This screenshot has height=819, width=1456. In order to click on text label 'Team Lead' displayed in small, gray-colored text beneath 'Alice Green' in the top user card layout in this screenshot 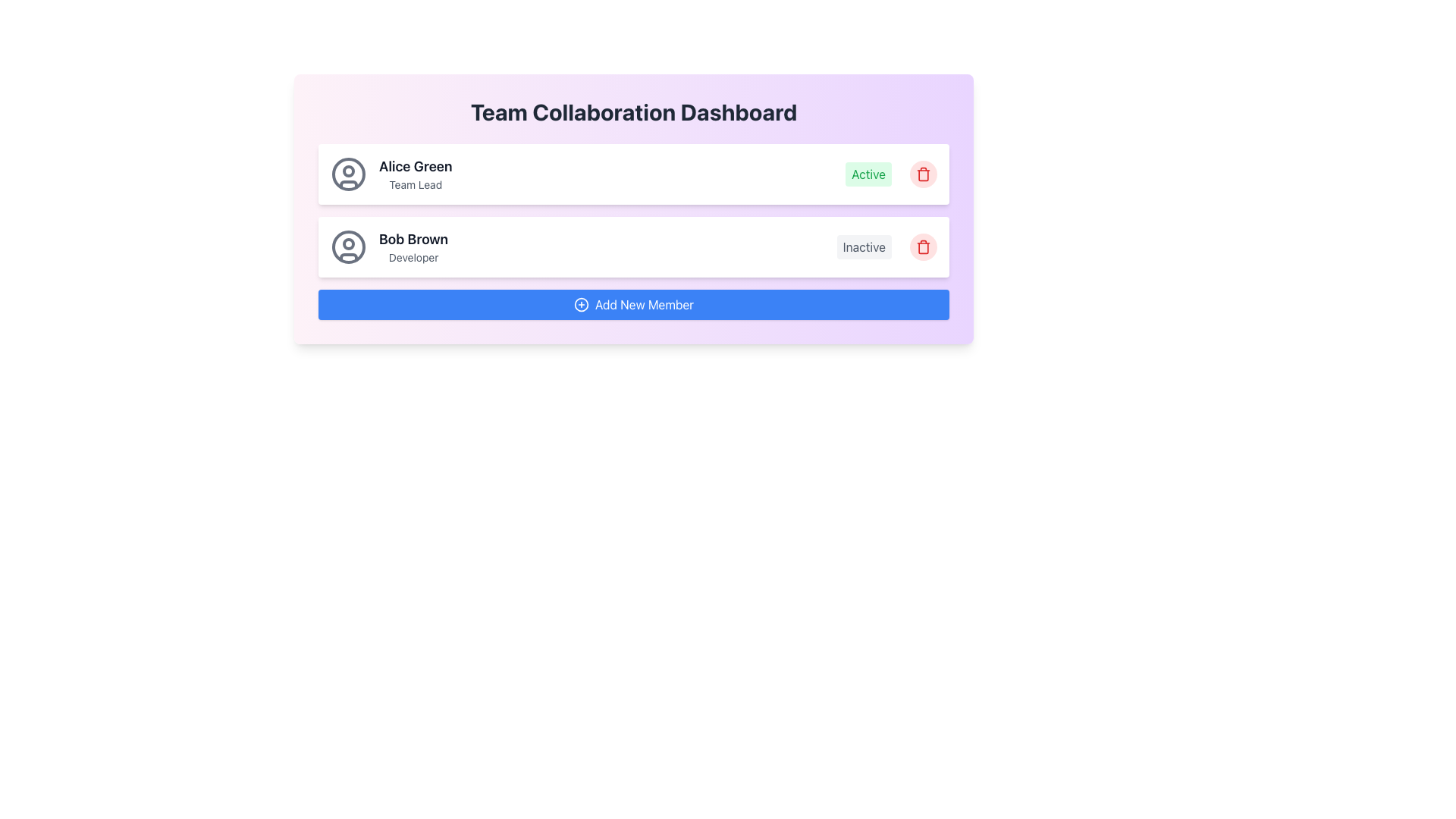, I will do `click(416, 184)`.